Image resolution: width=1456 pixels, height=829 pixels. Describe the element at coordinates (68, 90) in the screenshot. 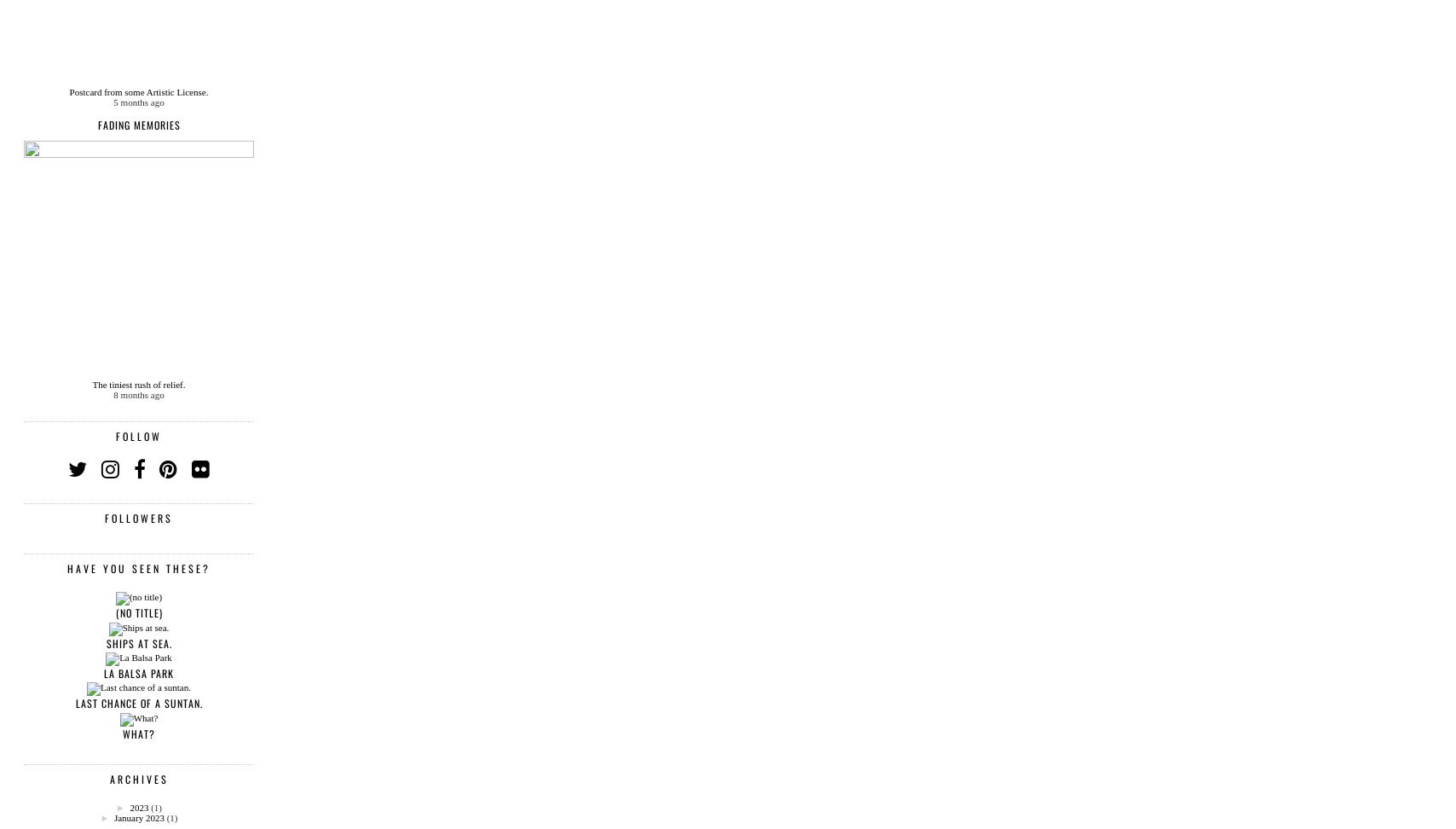

I see `'Postcard from some Artistic License.'` at that location.